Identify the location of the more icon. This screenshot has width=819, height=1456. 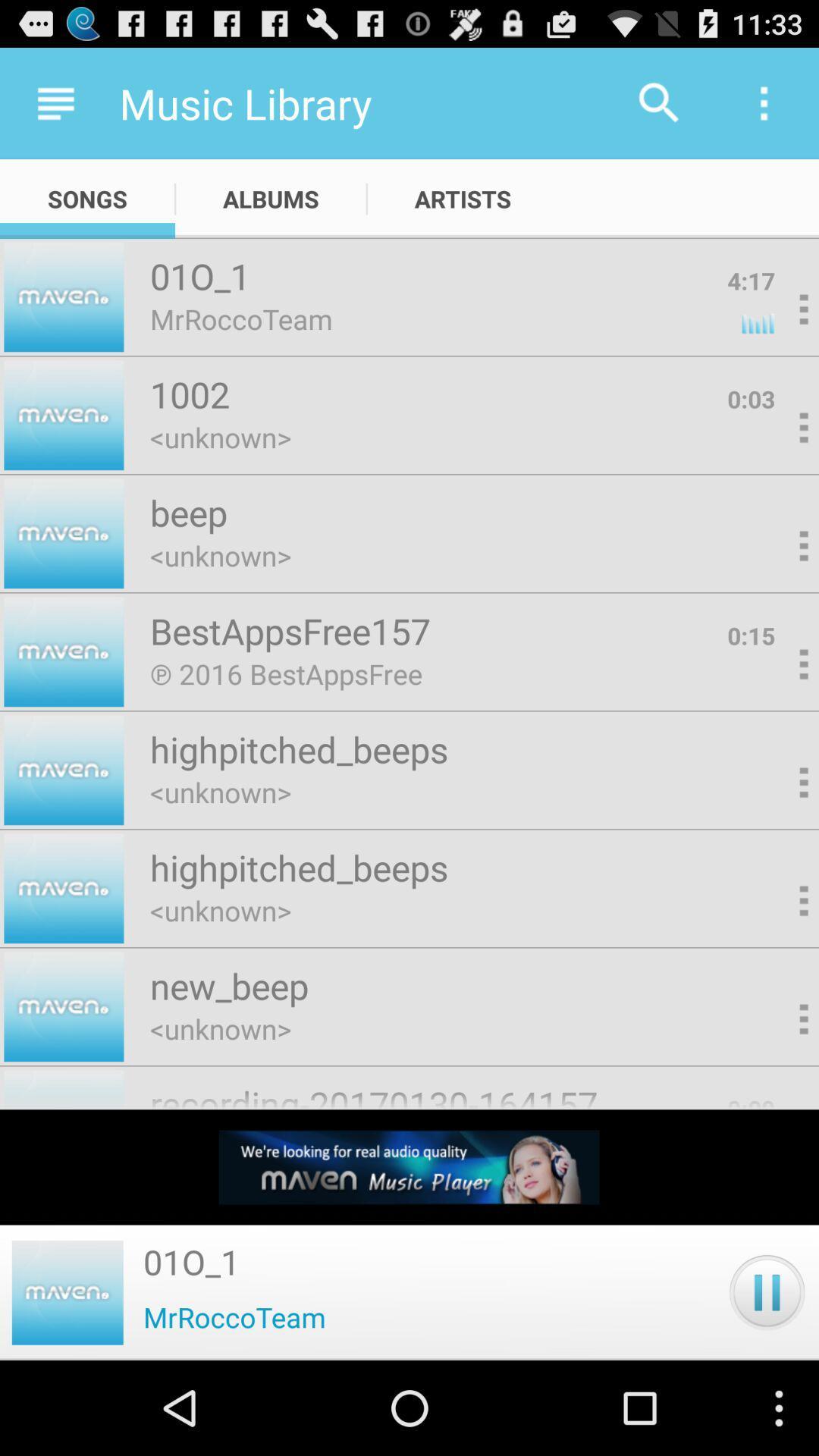
(779, 711).